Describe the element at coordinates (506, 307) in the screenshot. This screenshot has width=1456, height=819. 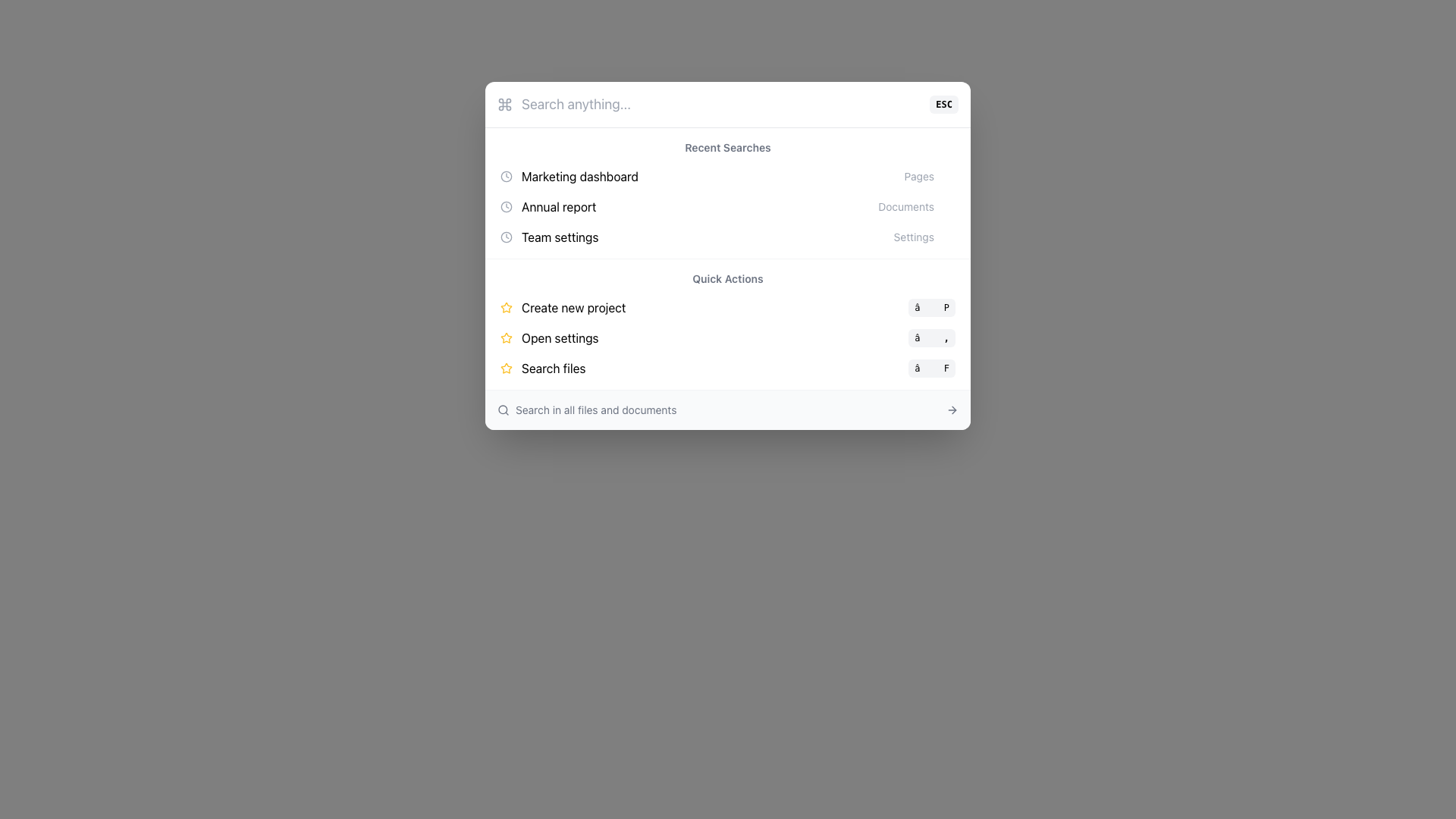
I see `the small star-shaped icon outlined in amber or yellow, located to the left of the text 'Create new project' in the 'Quick Actions' section of the modal window` at that location.